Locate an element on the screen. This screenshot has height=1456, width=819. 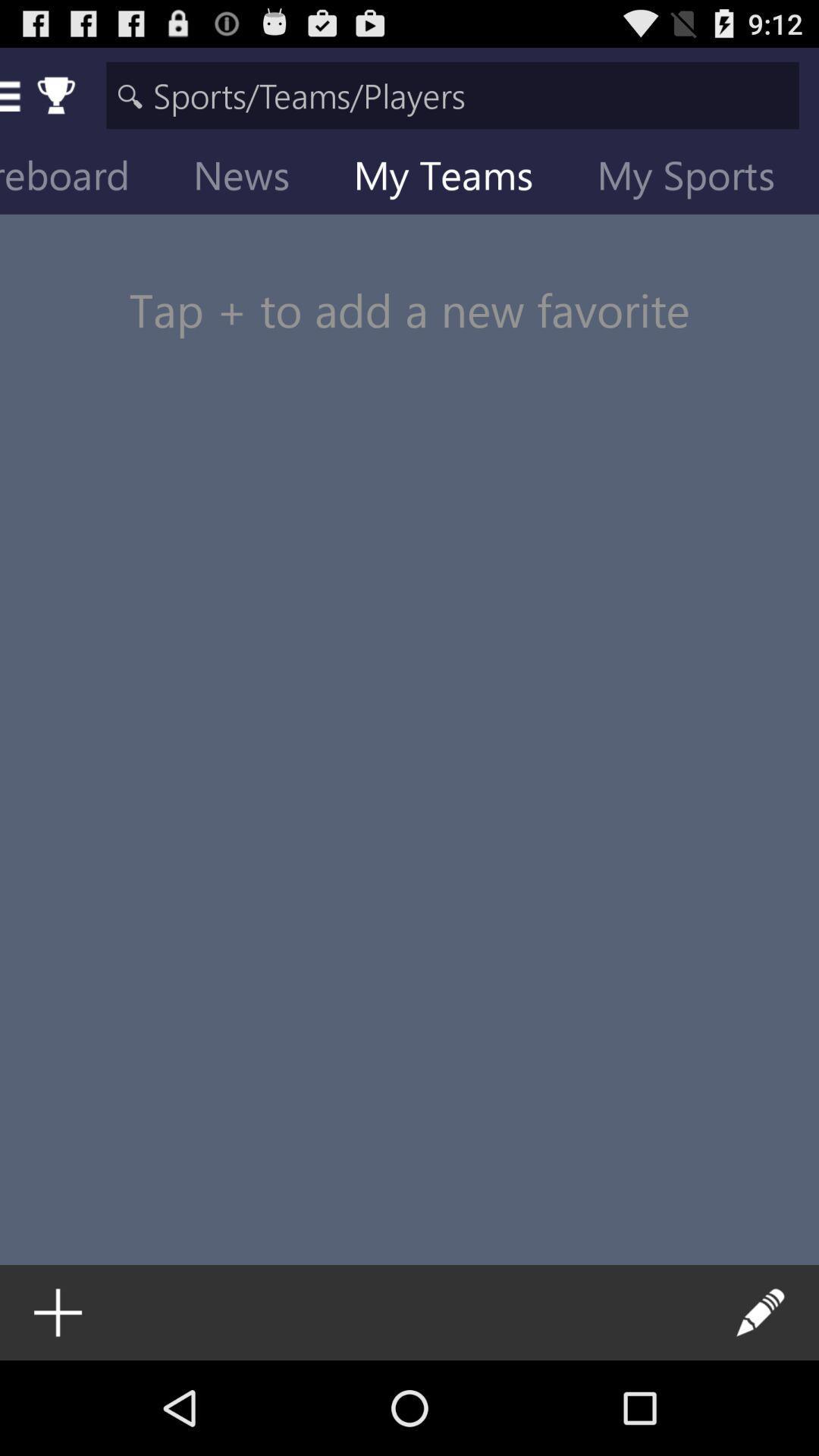
icon at the top right corner is located at coordinates (698, 178).